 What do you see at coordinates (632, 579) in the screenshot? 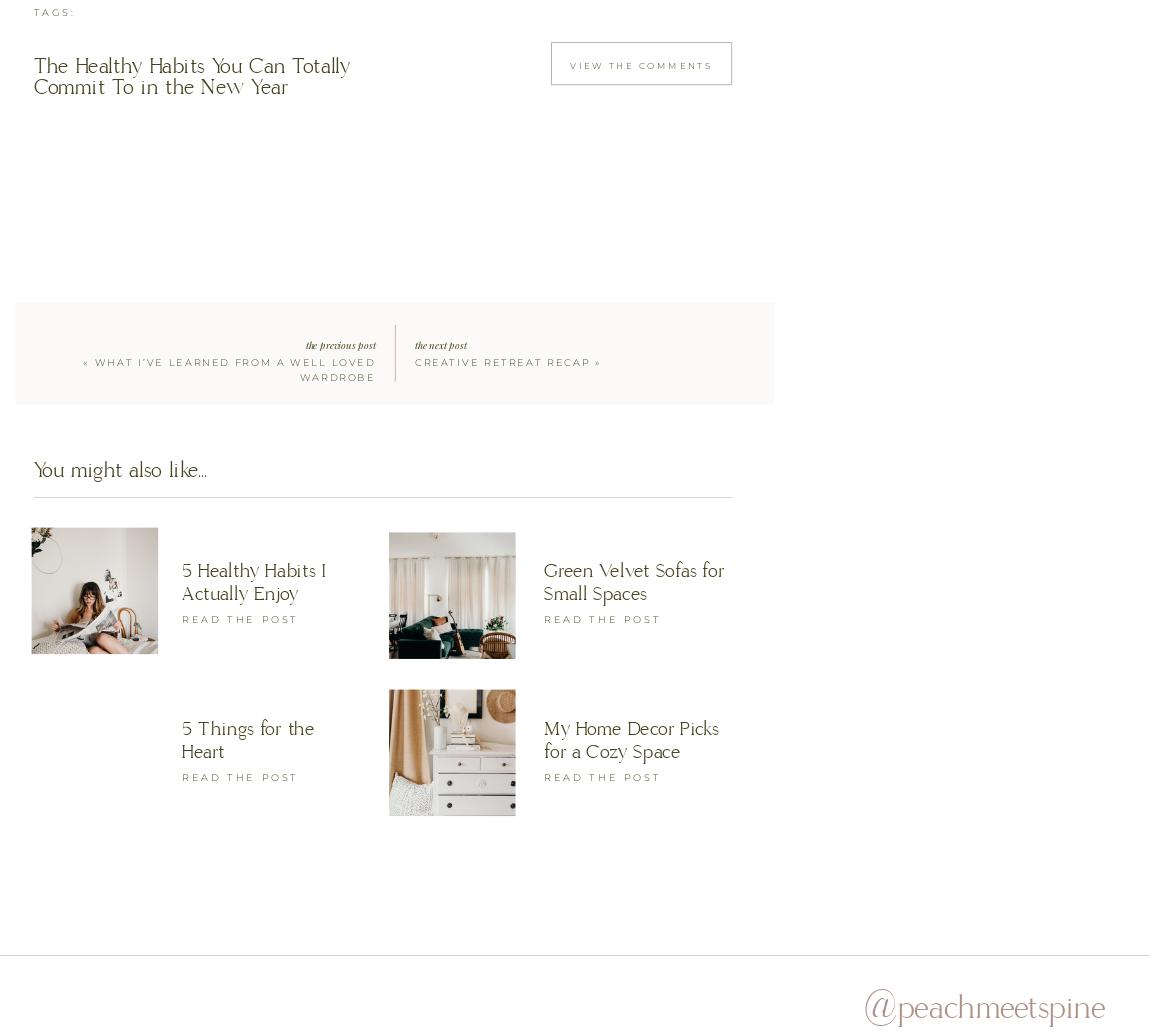
I see `'Green Velvet Sofas for Small Spaces'` at bounding box center [632, 579].